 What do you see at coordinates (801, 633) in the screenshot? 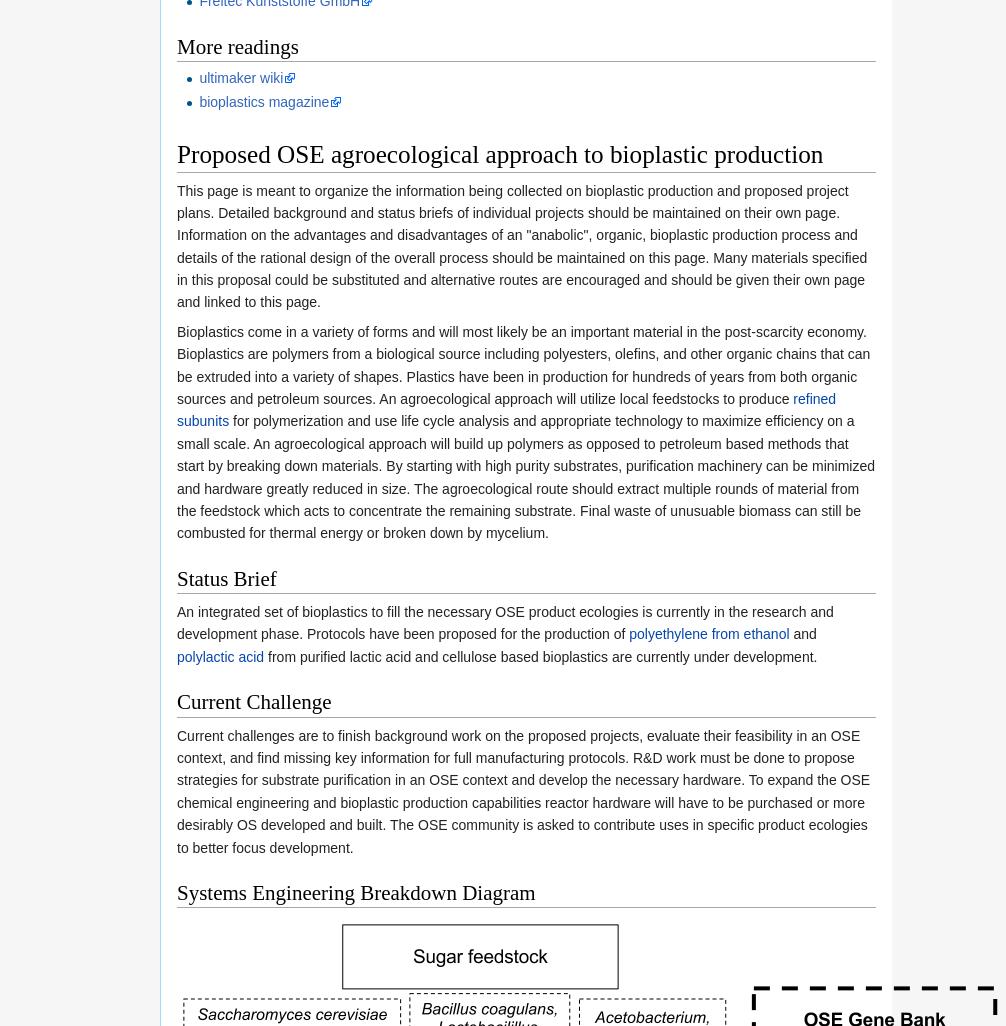
I see `'and'` at bounding box center [801, 633].